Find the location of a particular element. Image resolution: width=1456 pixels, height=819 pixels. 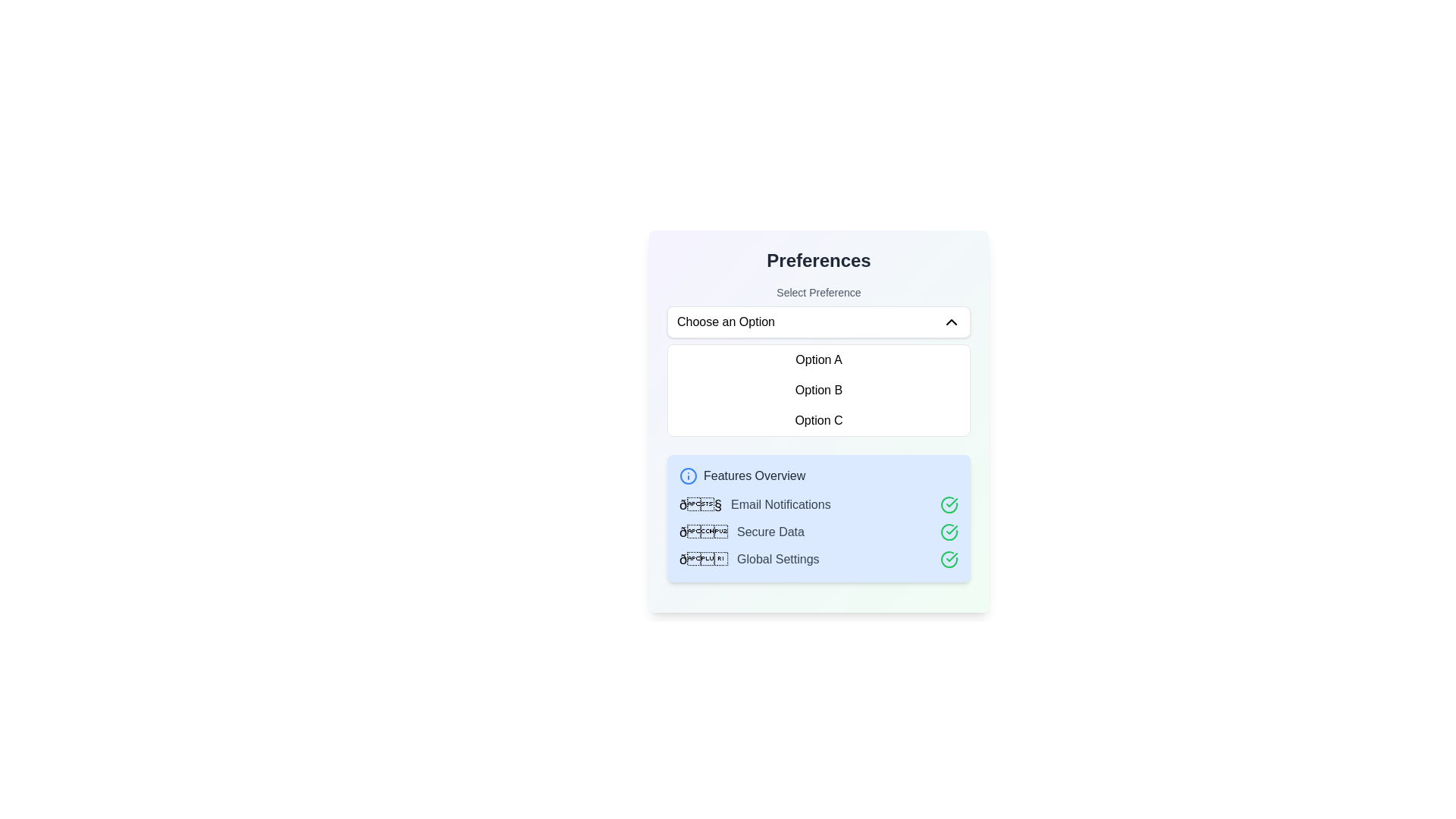

the status of the 'Secure Data' icon located on the far right of the 'Secure Data' row in the 'Features Overview' section is located at coordinates (949, 532).